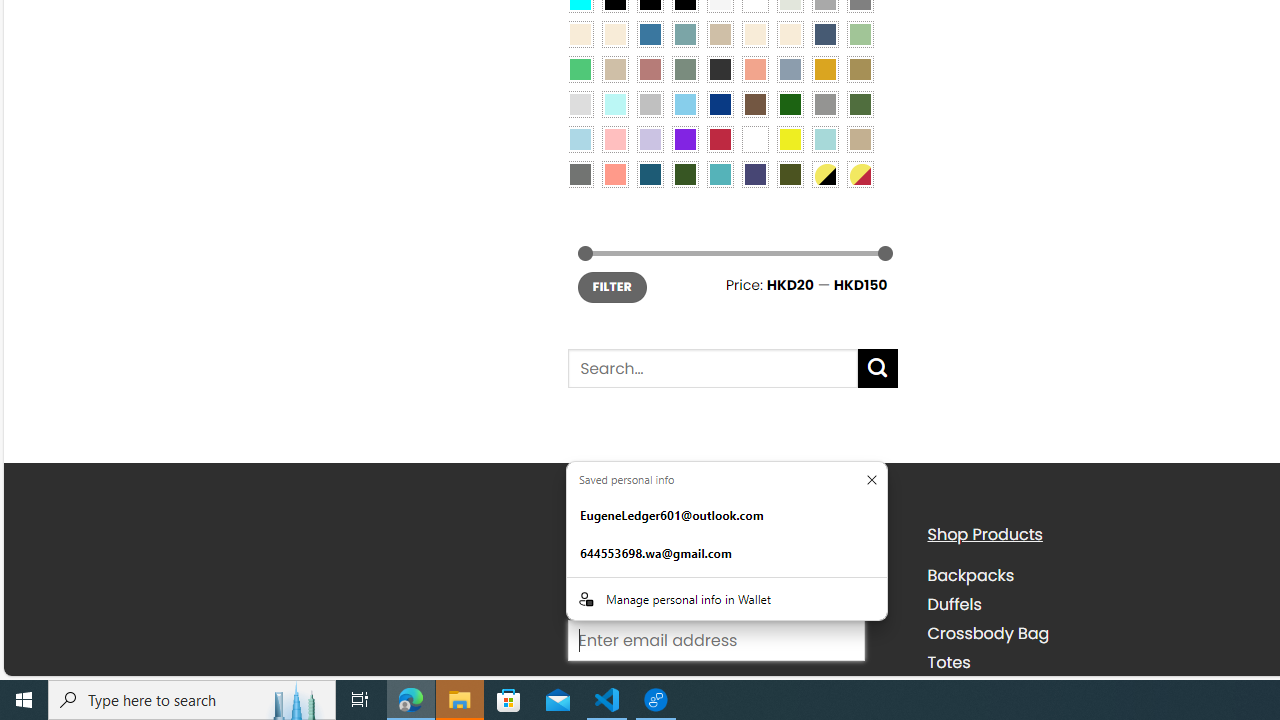 Image resolution: width=1280 pixels, height=720 pixels. Describe the element at coordinates (860, 33) in the screenshot. I see `'Light Green'` at that location.